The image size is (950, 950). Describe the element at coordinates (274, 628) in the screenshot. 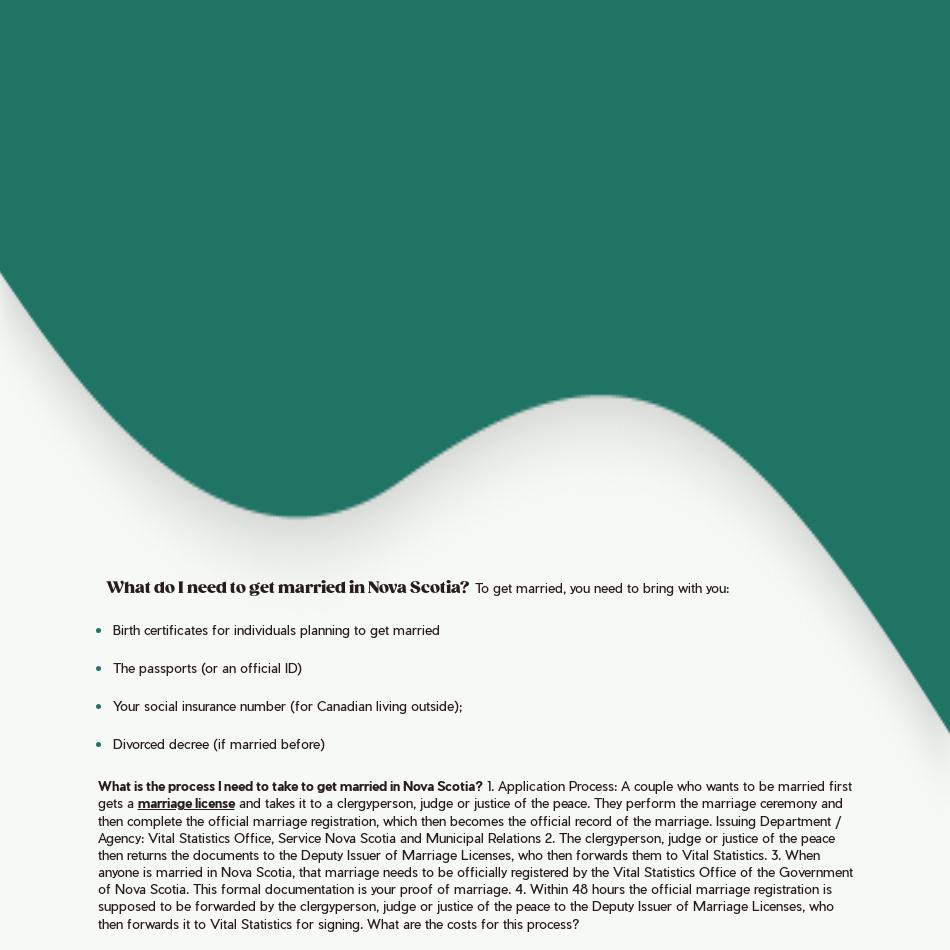

I see `'Birth certificates for individuals planning to get married'` at that location.